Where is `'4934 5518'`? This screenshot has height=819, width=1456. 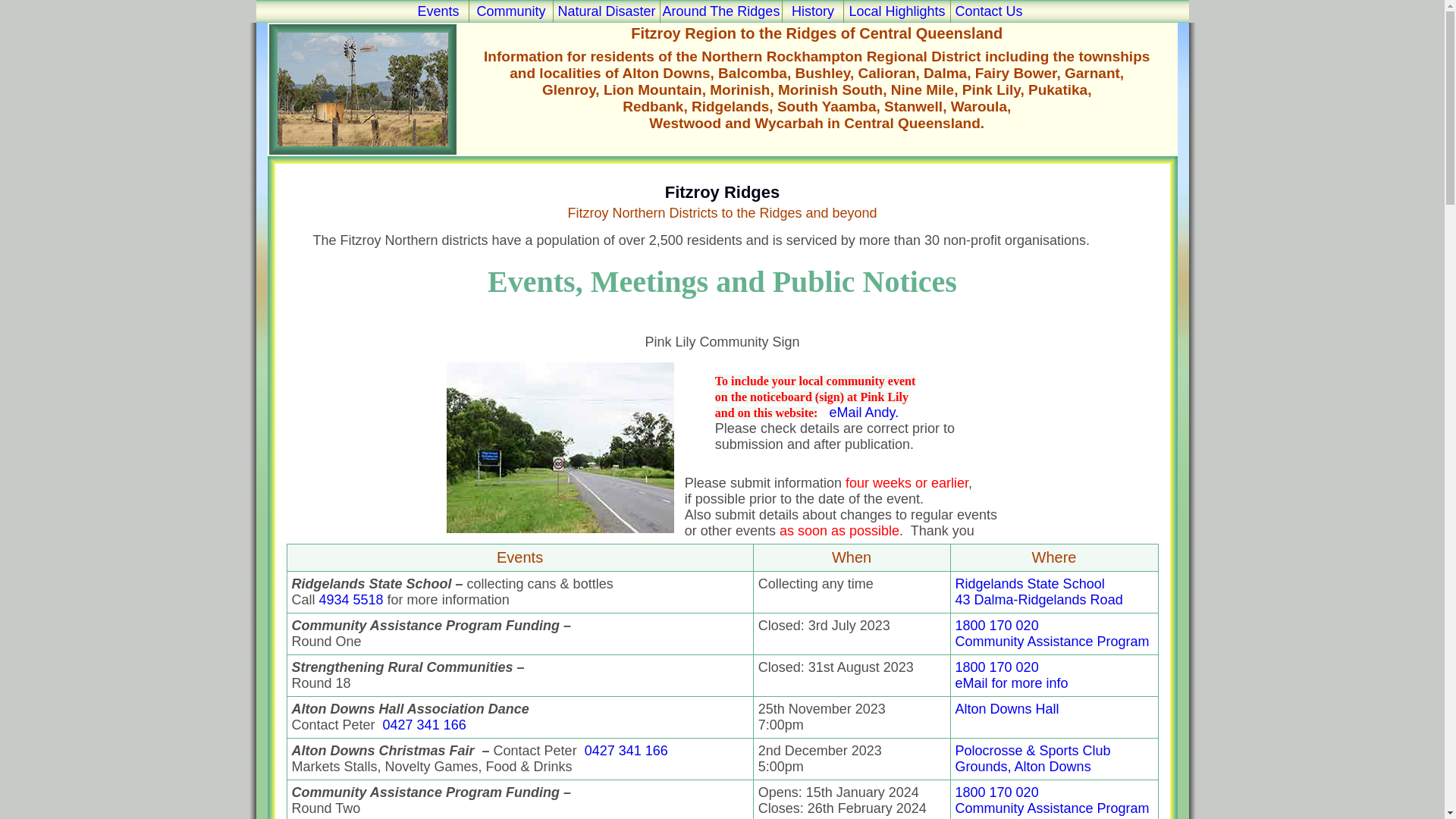
'4934 5518' is located at coordinates (350, 598).